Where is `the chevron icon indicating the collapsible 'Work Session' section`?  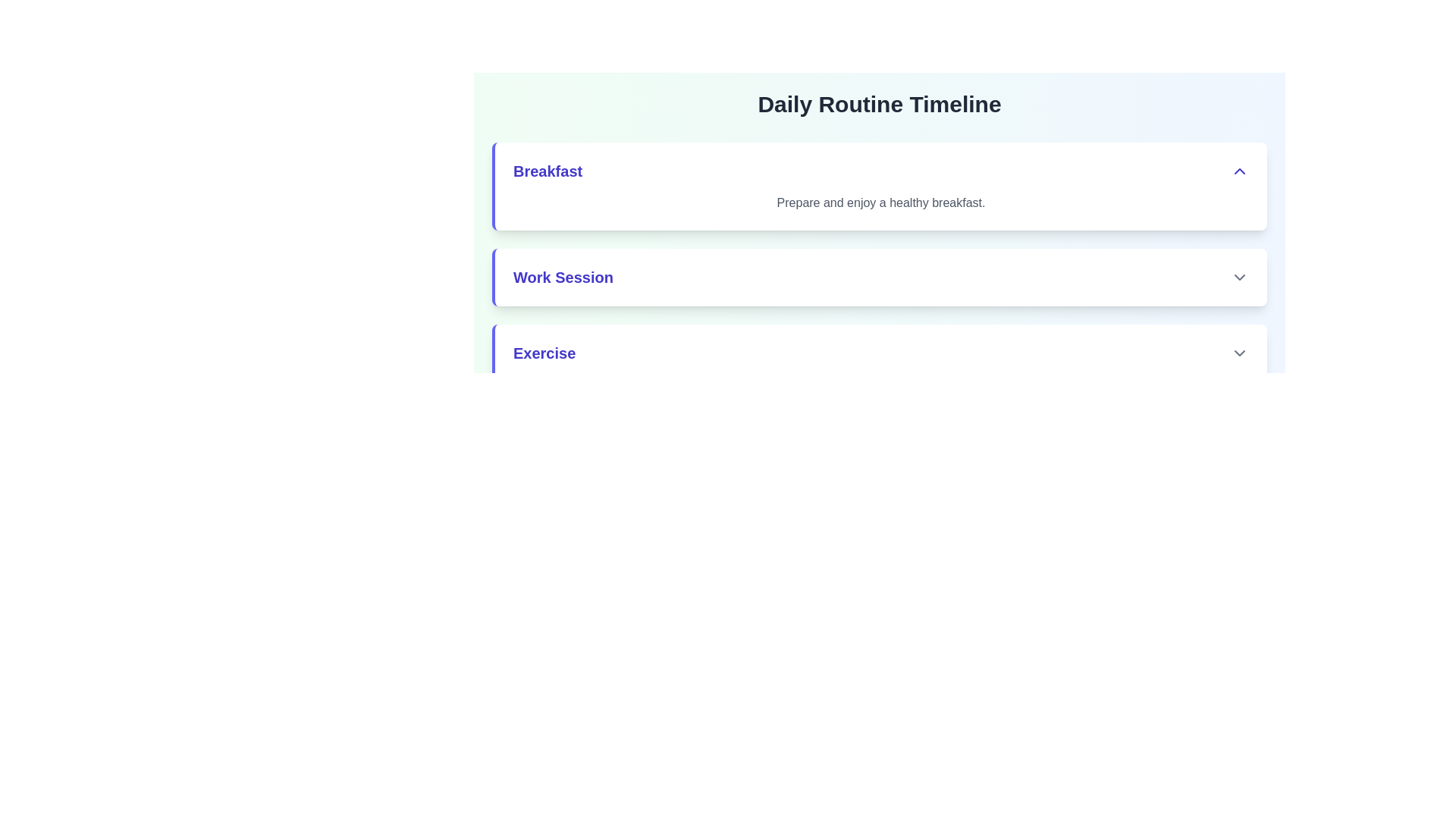
the chevron icon indicating the collapsible 'Work Session' section is located at coordinates (1240, 278).